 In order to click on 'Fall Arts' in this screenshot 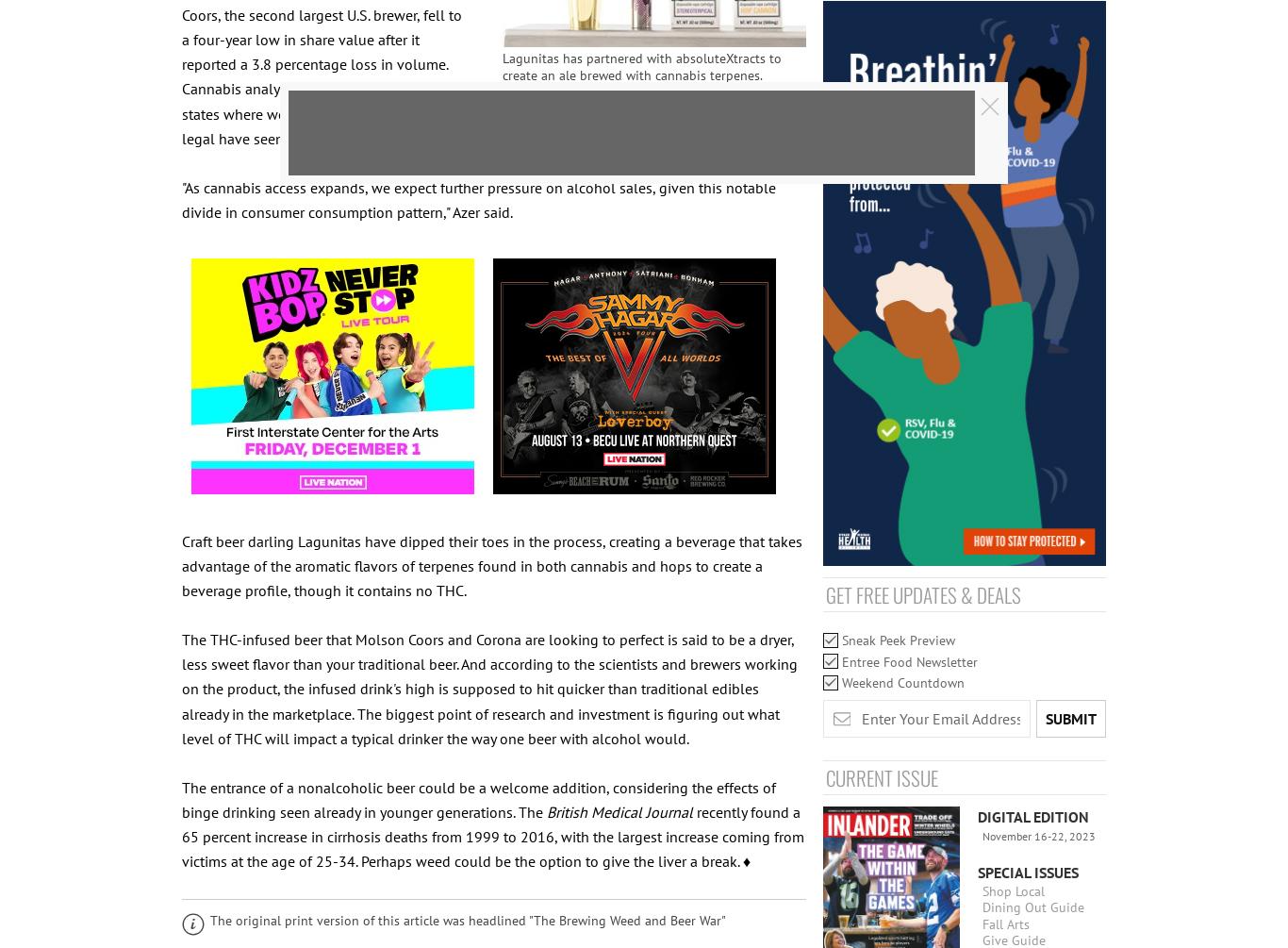, I will do `click(981, 922)`.